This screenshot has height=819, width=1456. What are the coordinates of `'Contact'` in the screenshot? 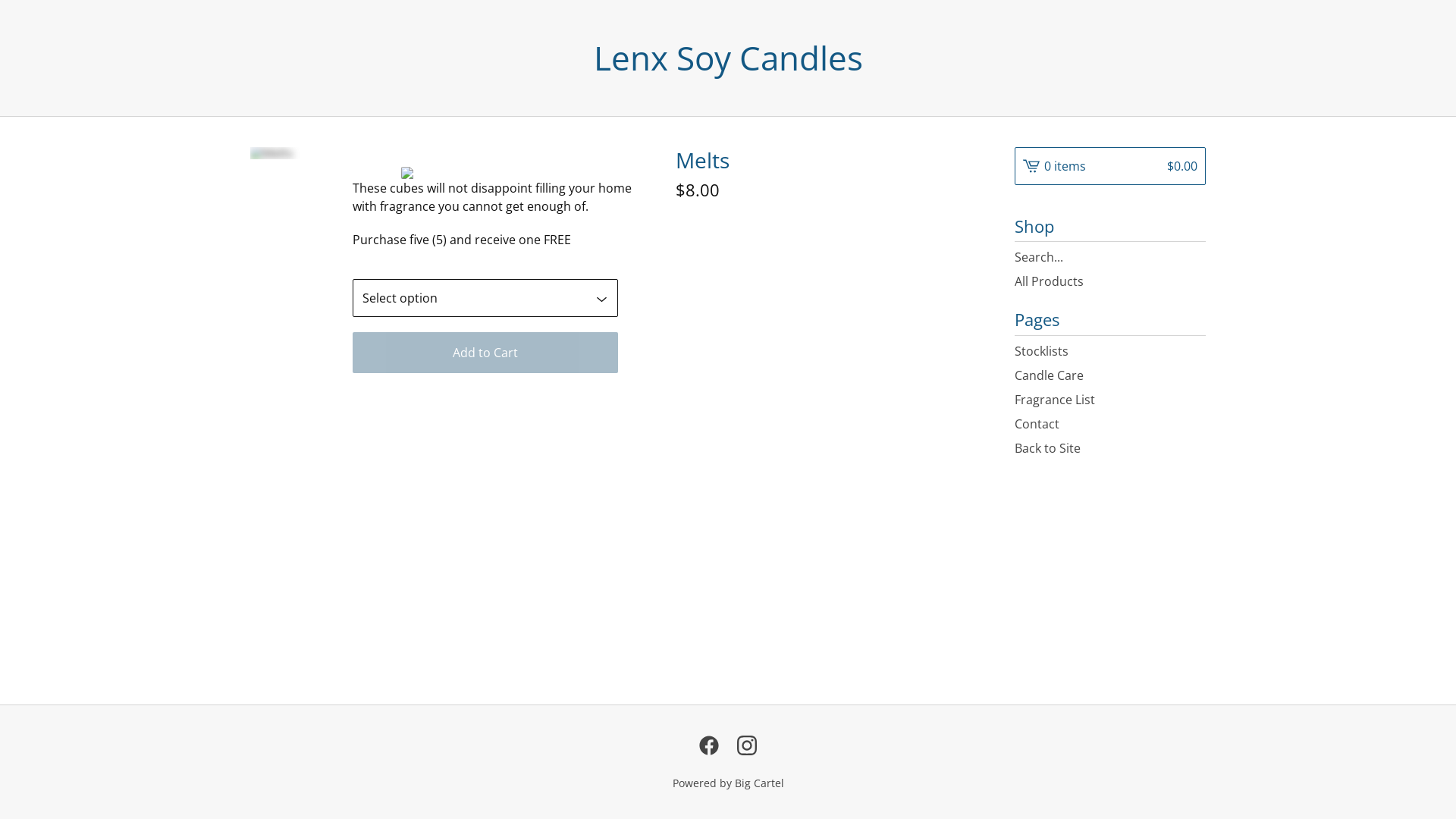 It's located at (1015, 424).